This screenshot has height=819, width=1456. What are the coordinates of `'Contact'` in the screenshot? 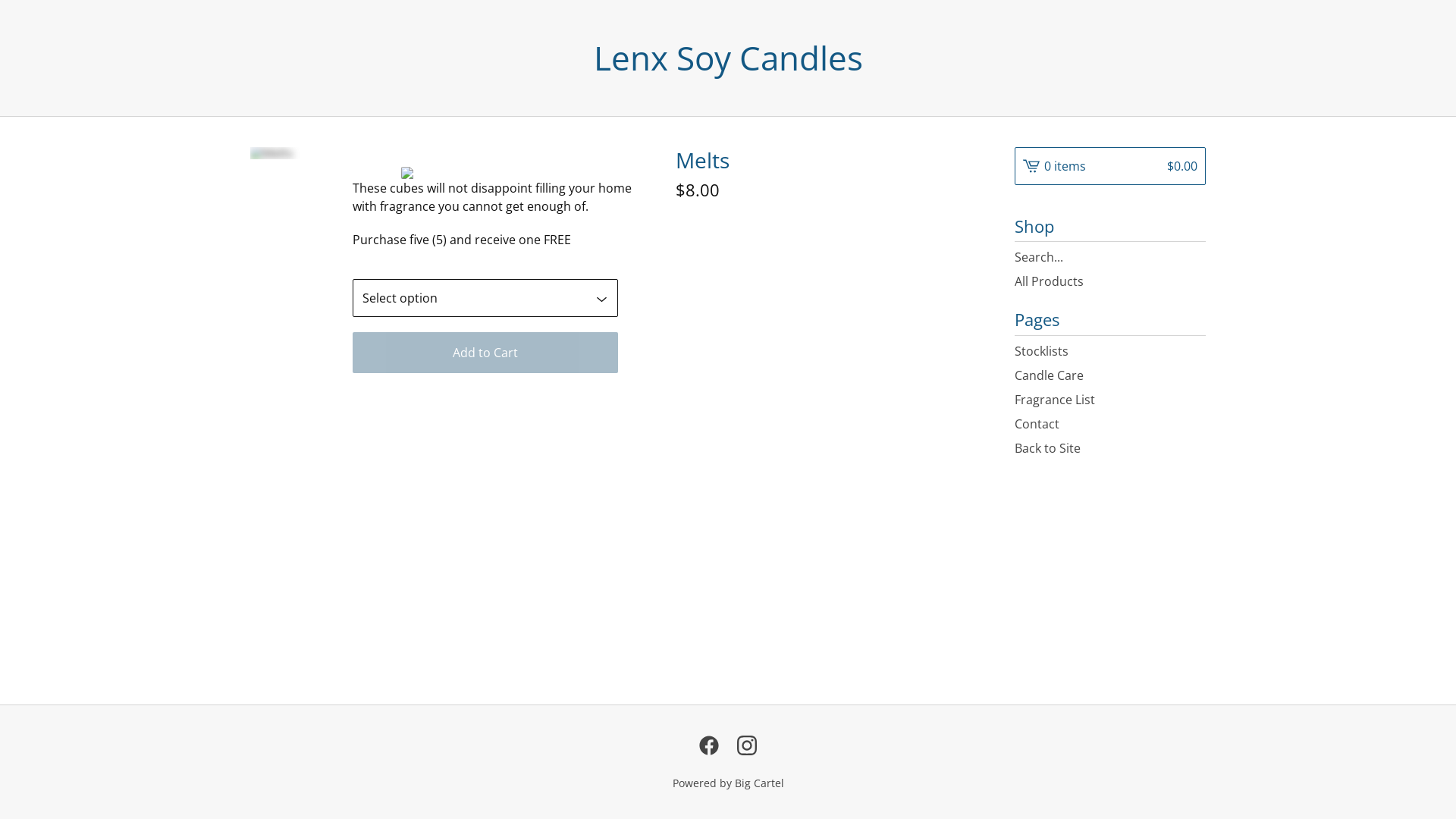 It's located at (1015, 424).